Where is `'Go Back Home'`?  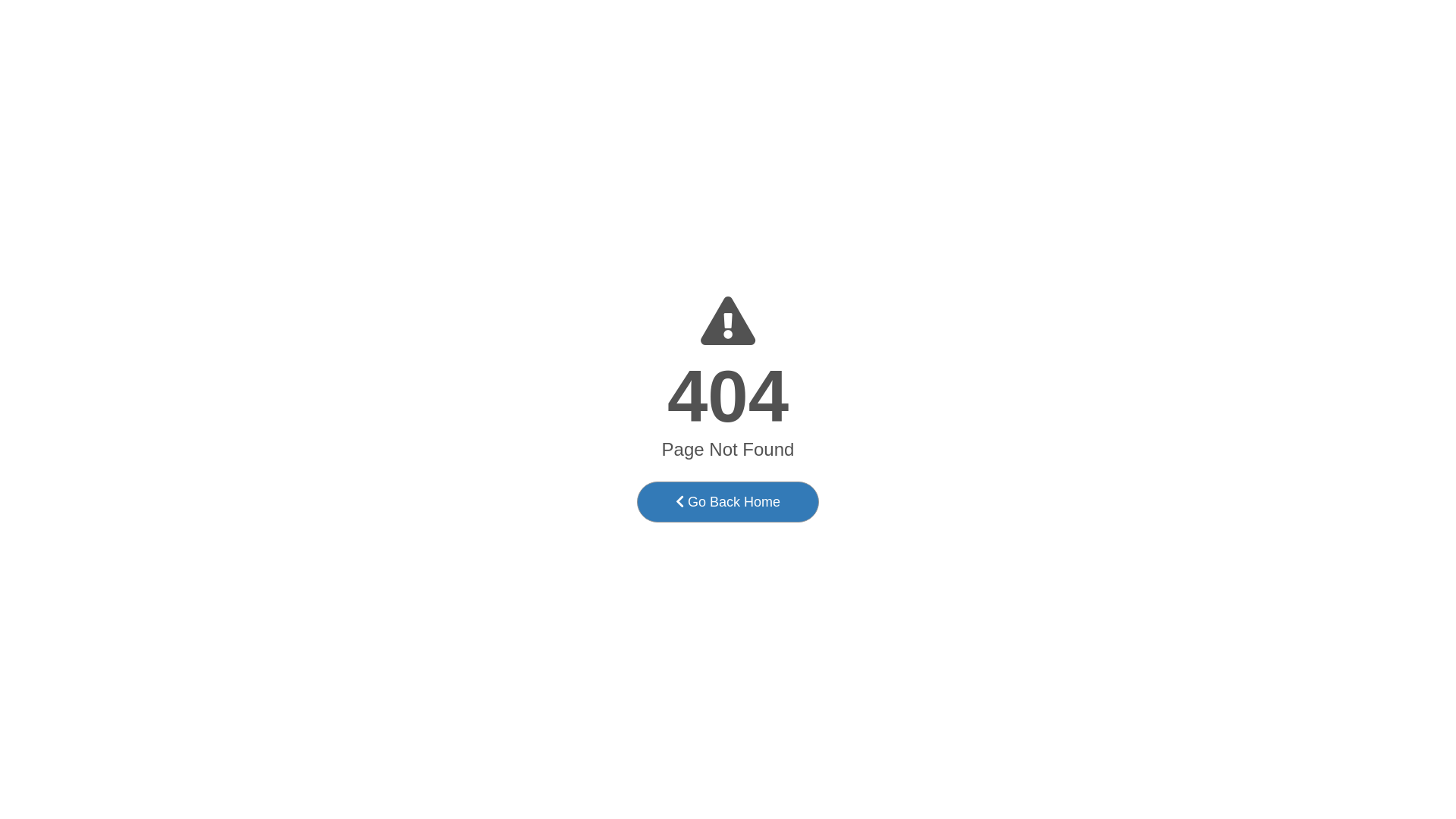
'Go Back Home' is located at coordinates (728, 502).